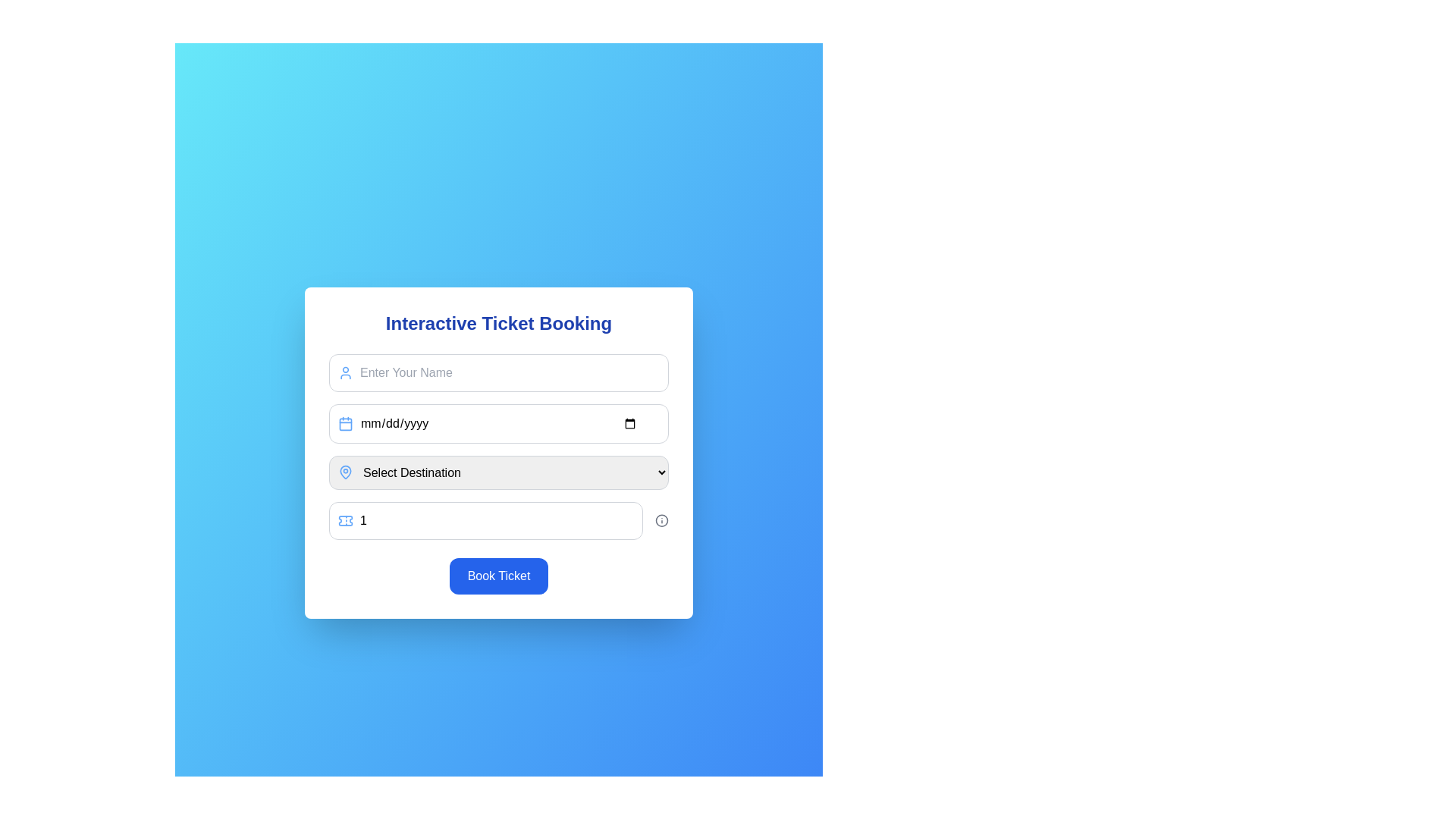 The width and height of the screenshot is (1456, 819). I want to click on the decorative icon positioned to the left of the ticket quantity input field, aligned vertically to its middle, so click(345, 519).